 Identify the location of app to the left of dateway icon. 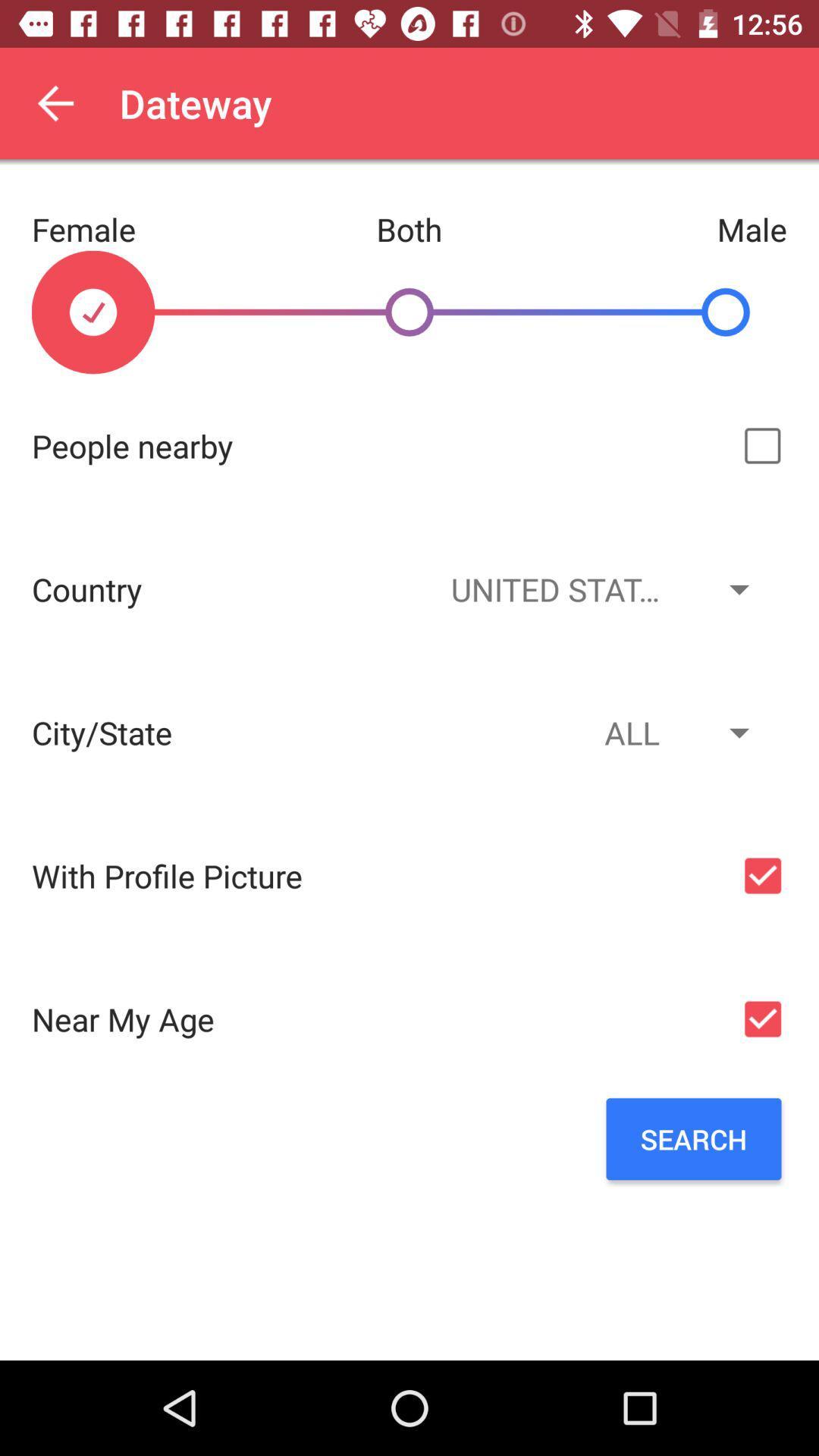
(55, 102).